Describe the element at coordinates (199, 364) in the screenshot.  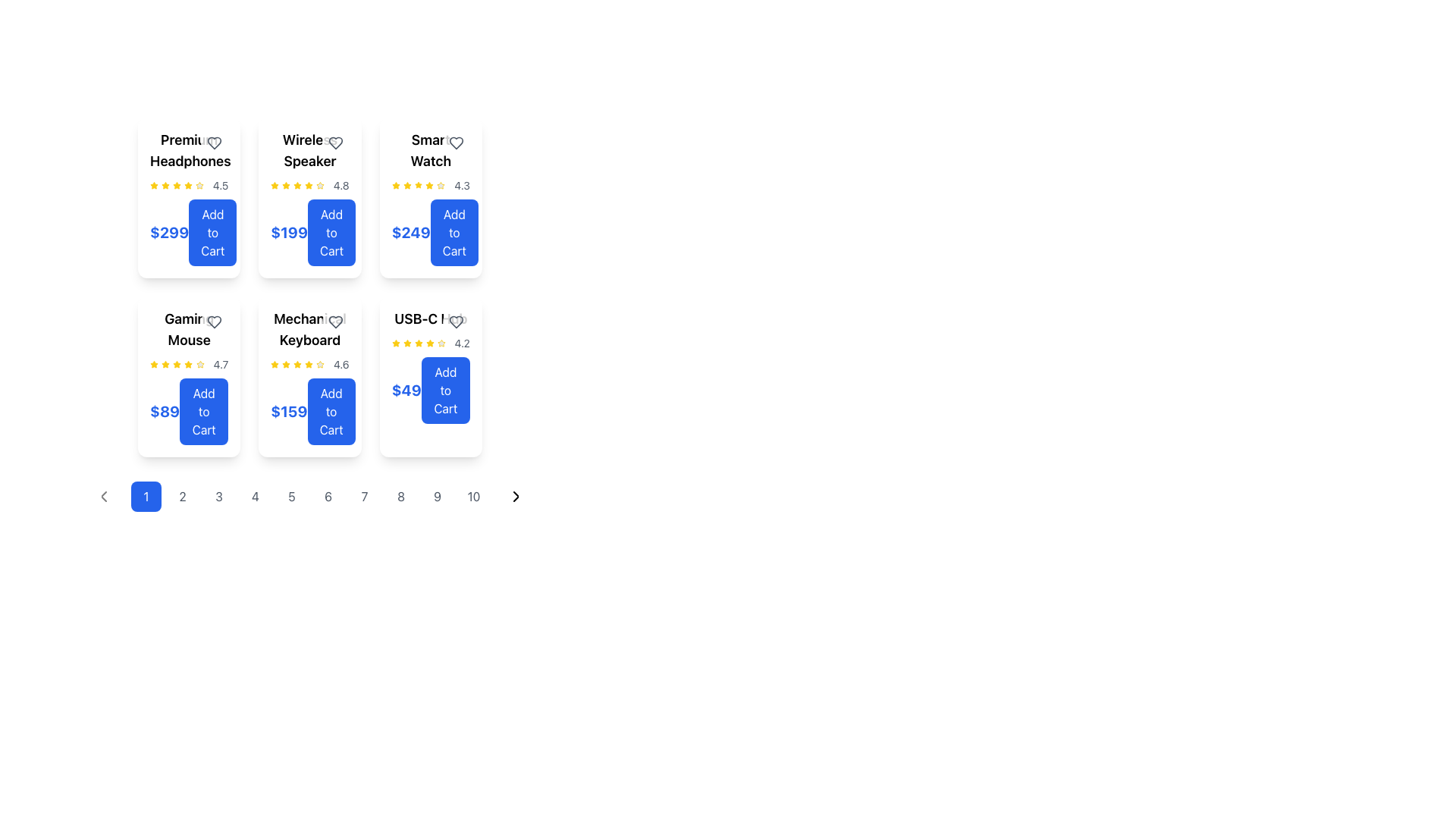
I see `the fourth yellow rating star icon in the rating section of the 'Gaming Mouse' product card to rate it` at that location.